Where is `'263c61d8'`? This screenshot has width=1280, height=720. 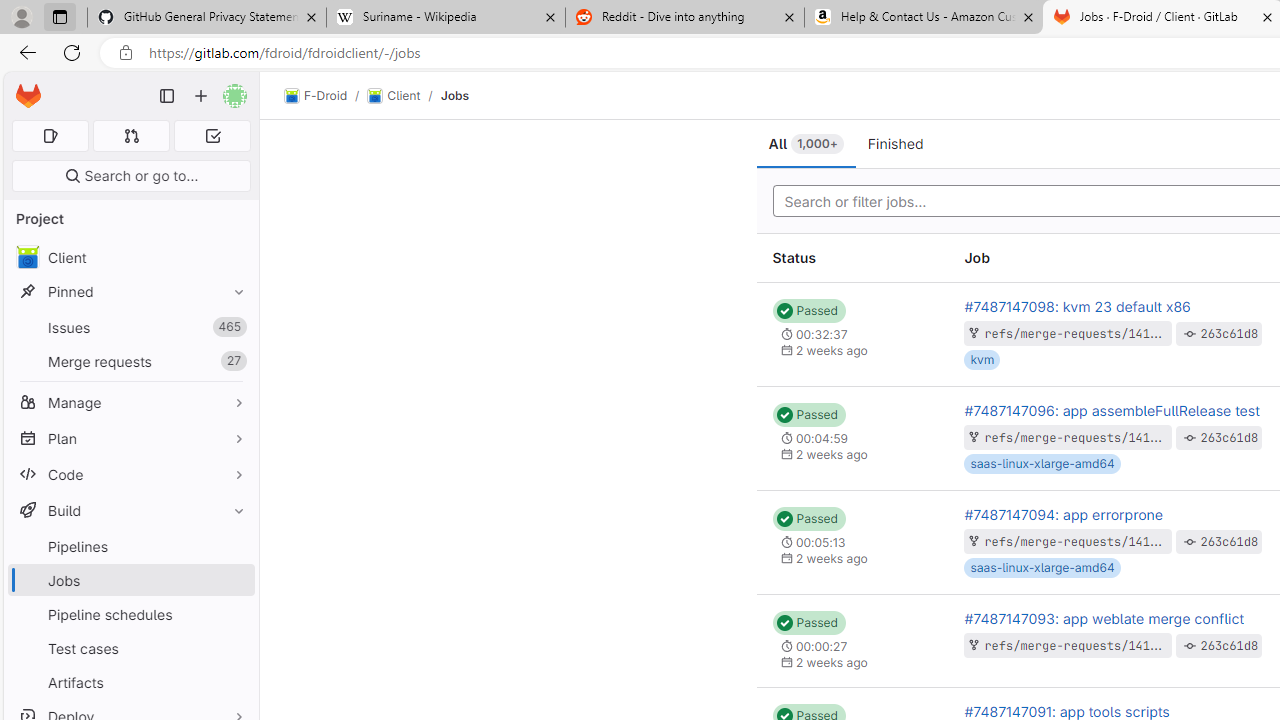
'263c61d8' is located at coordinates (1229, 645).